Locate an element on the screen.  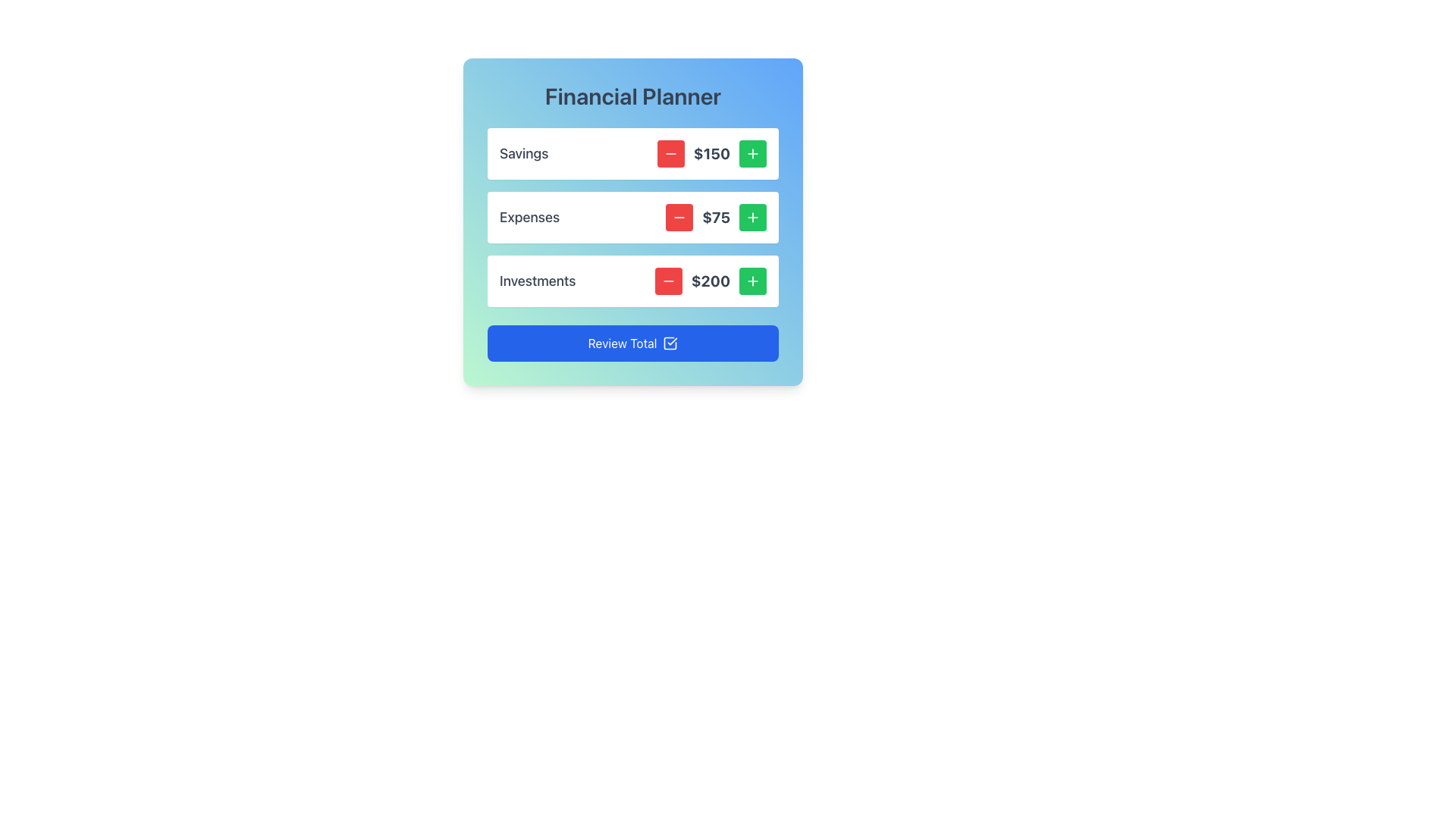
the green button with rounded corners and a plus icon located near the right-hand side of the '$150' Savings row is located at coordinates (753, 154).